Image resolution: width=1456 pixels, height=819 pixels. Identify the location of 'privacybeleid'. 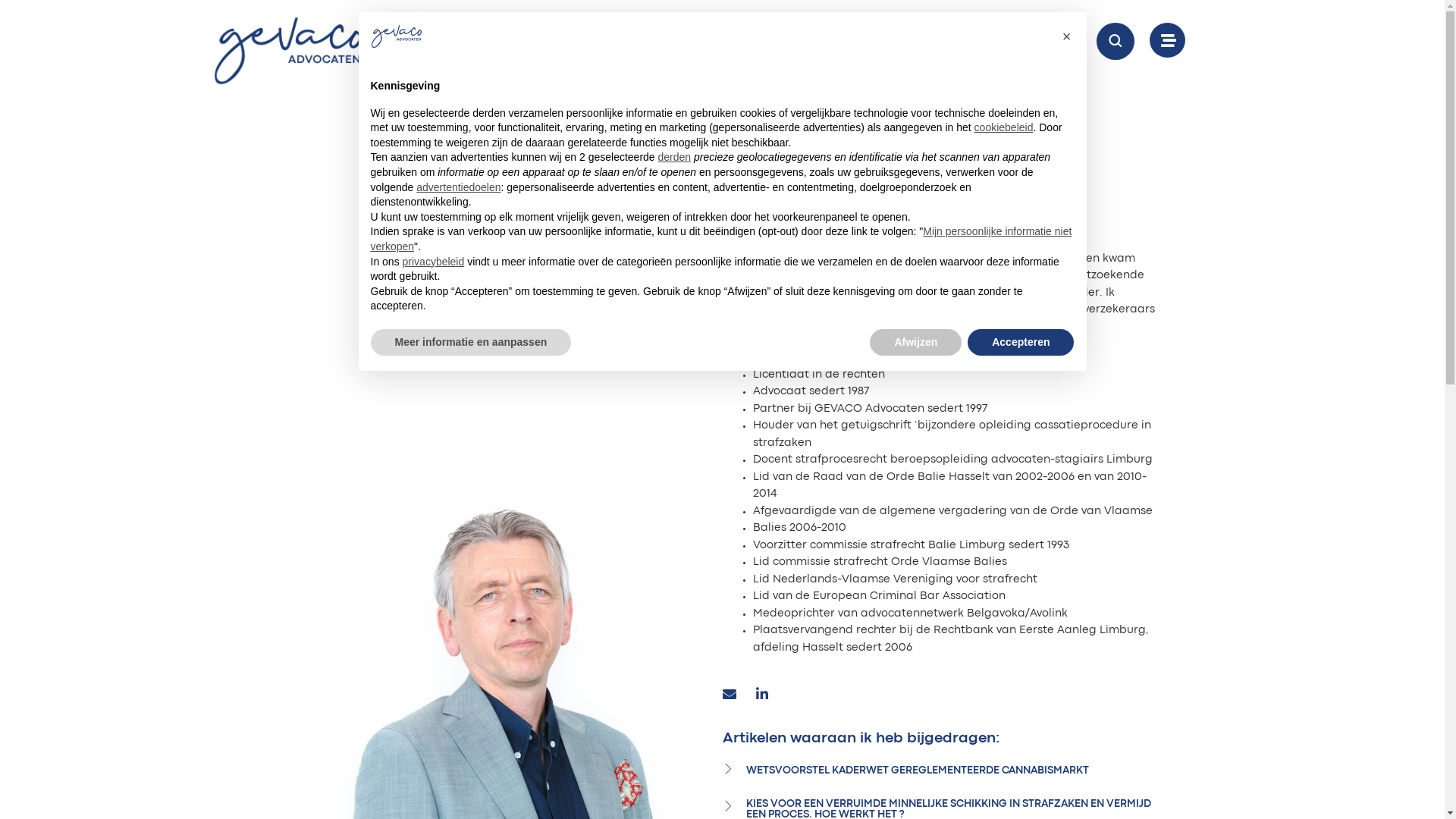
(403, 260).